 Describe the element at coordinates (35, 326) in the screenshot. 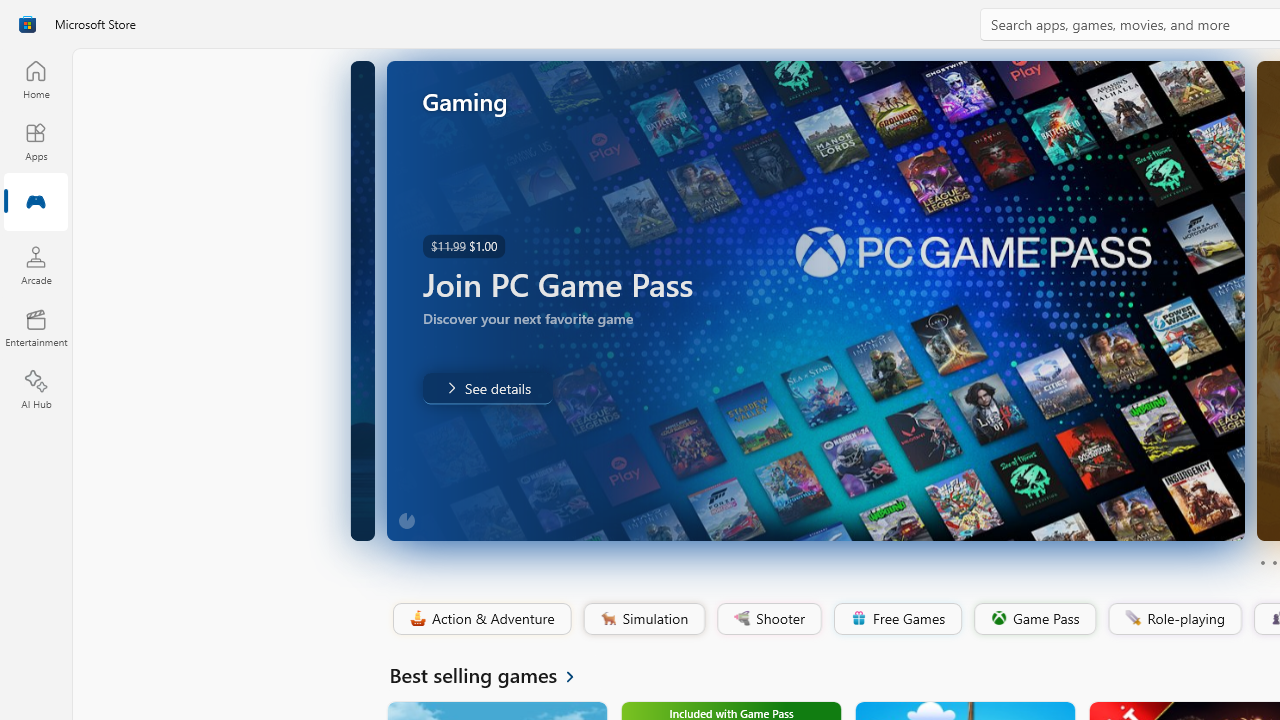

I see `'Entertainment'` at that location.